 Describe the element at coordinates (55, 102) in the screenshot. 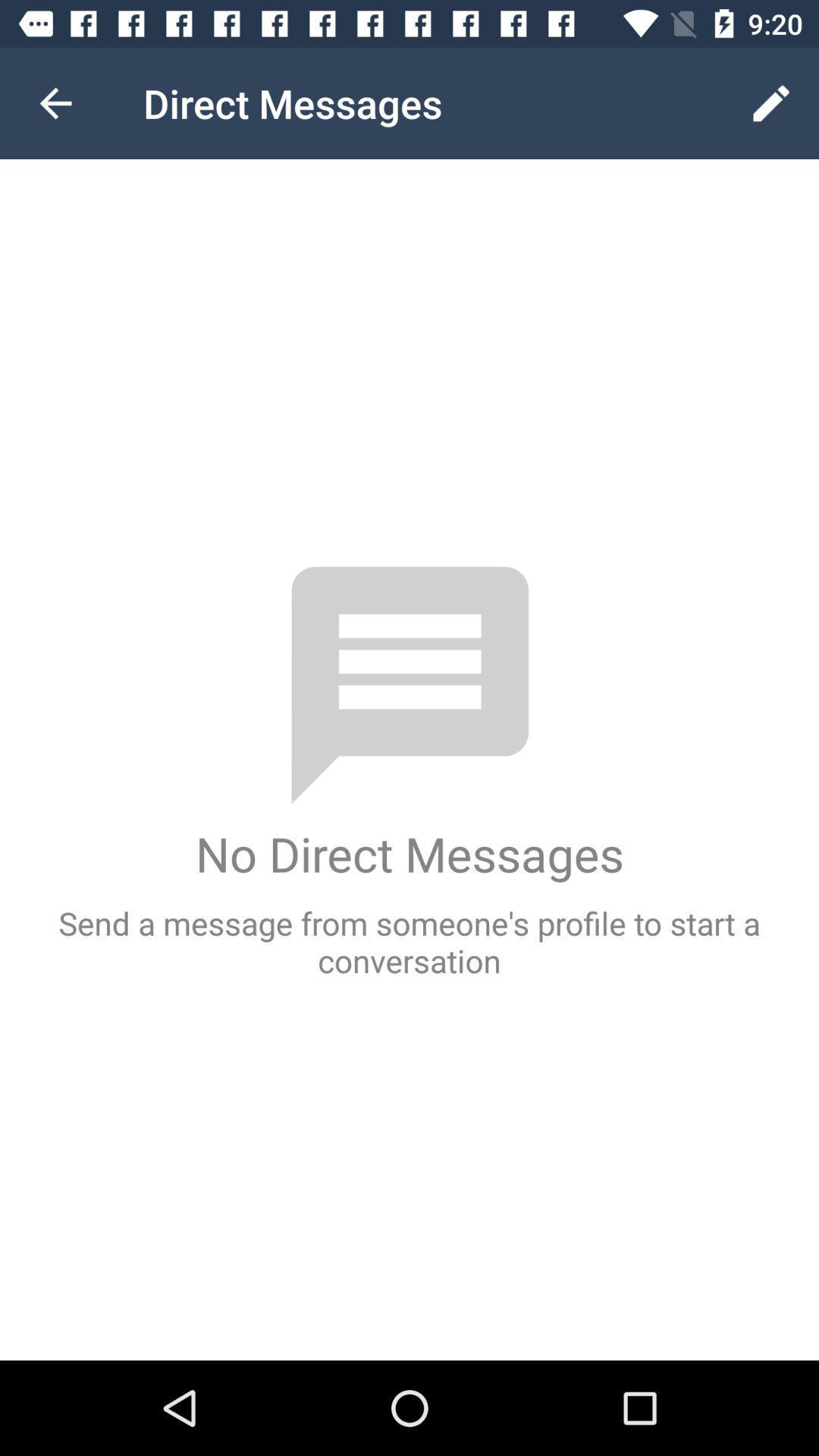

I see `the item next to the direct messages` at that location.